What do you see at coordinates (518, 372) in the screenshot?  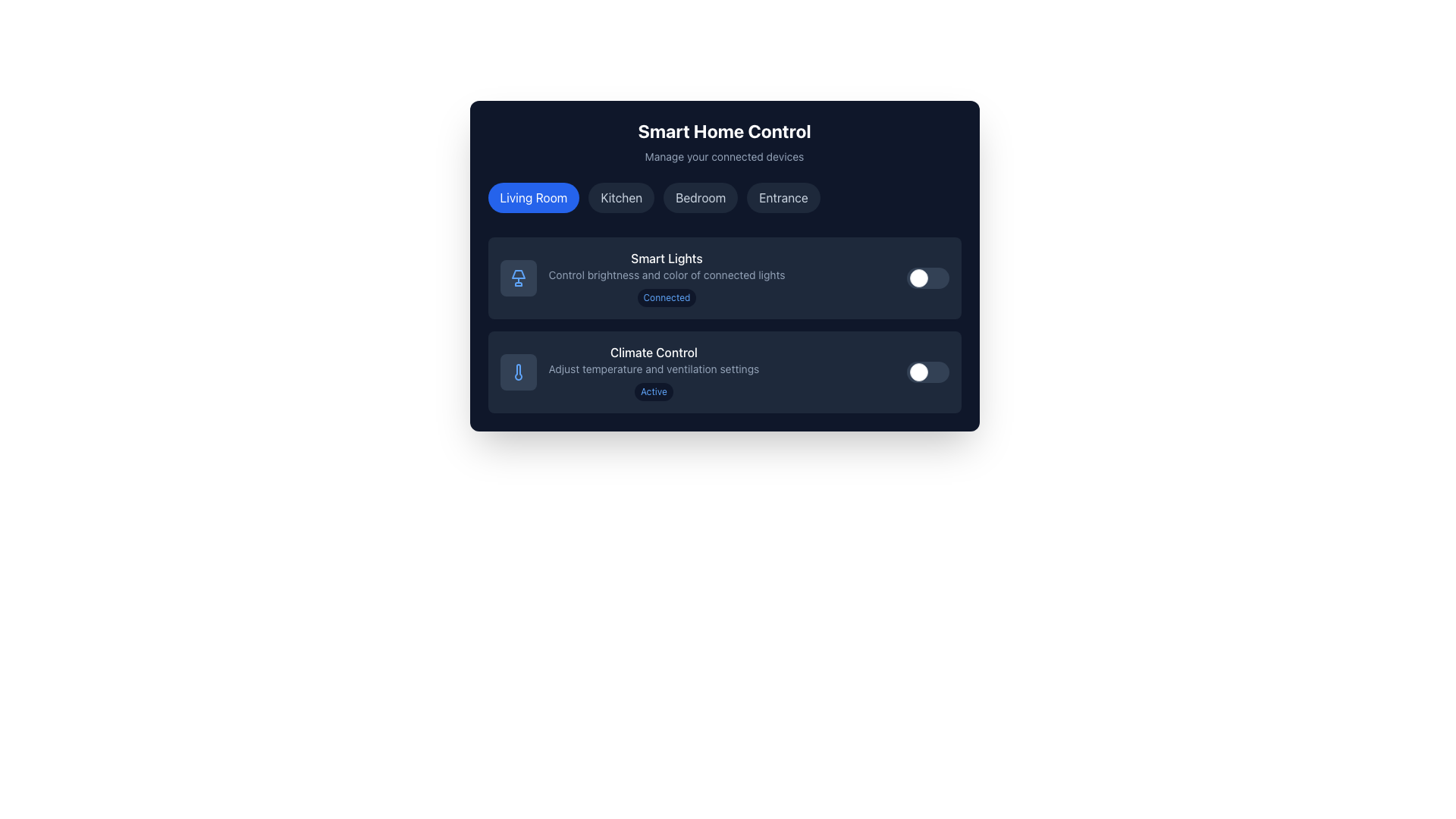 I see `the 'Climate Control' icon, which is located in the 'Climate Control' section of the panel, to the left of the label 'Adjust temperature and ventilation settings'` at bounding box center [518, 372].